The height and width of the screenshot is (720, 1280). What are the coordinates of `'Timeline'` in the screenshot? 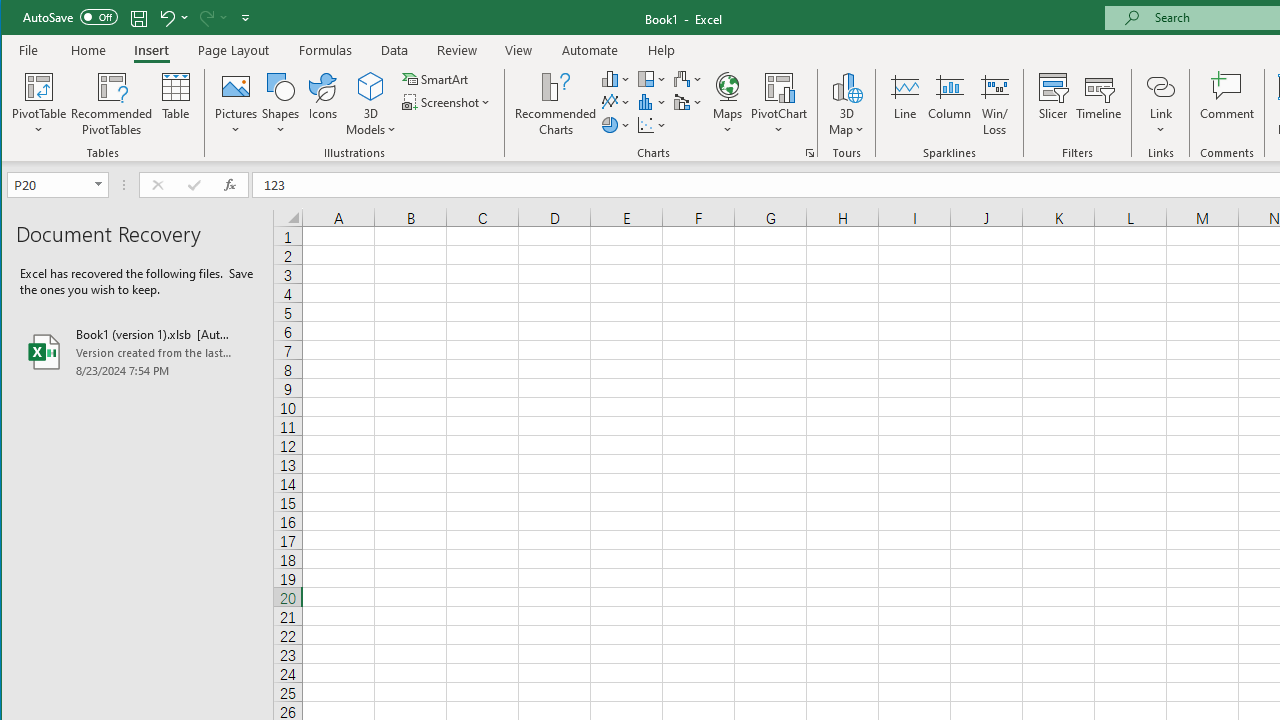 It's located at (1097, 104).